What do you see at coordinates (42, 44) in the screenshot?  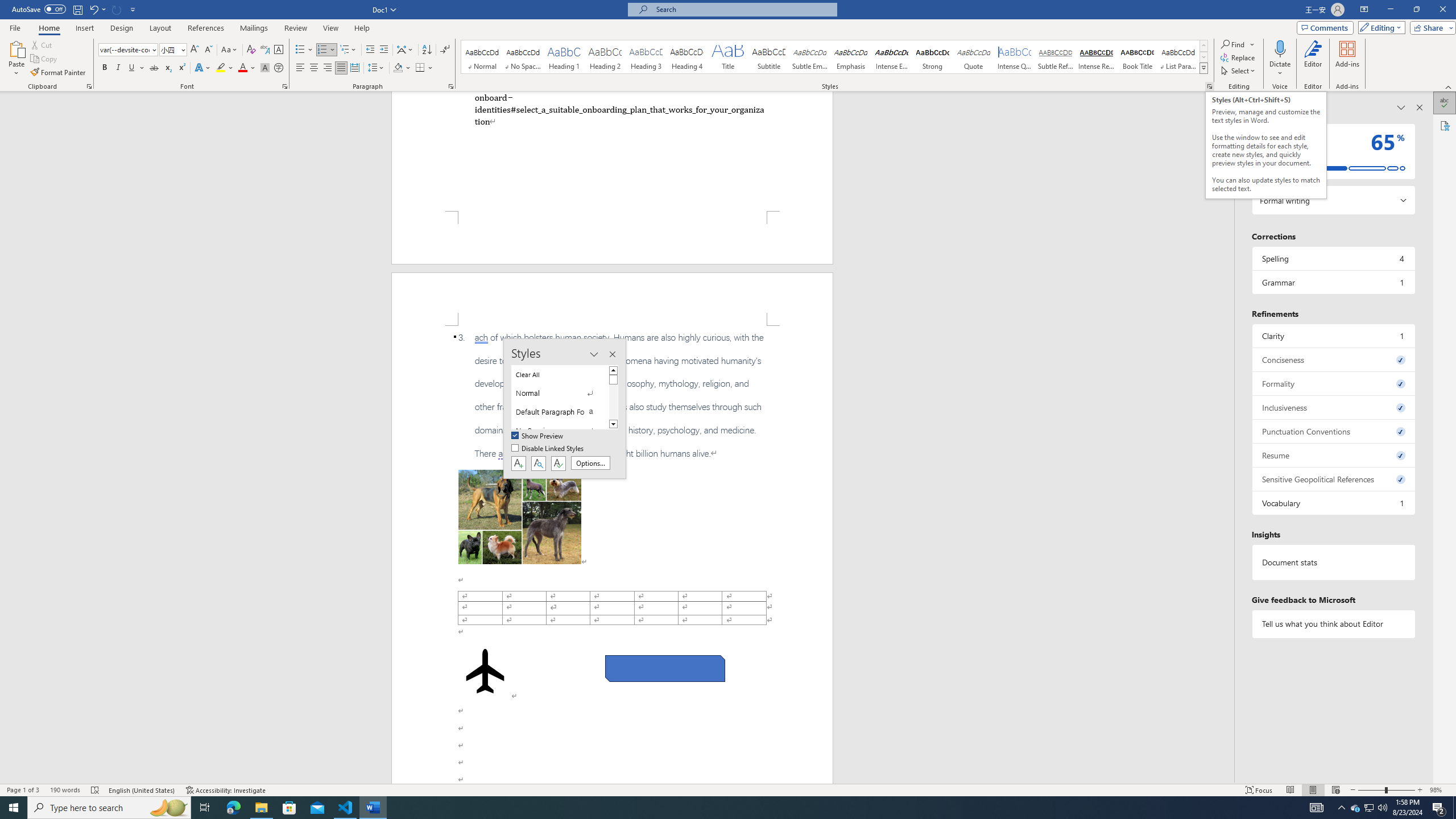 I see `'Cut'` at bounding box center [42, 44].